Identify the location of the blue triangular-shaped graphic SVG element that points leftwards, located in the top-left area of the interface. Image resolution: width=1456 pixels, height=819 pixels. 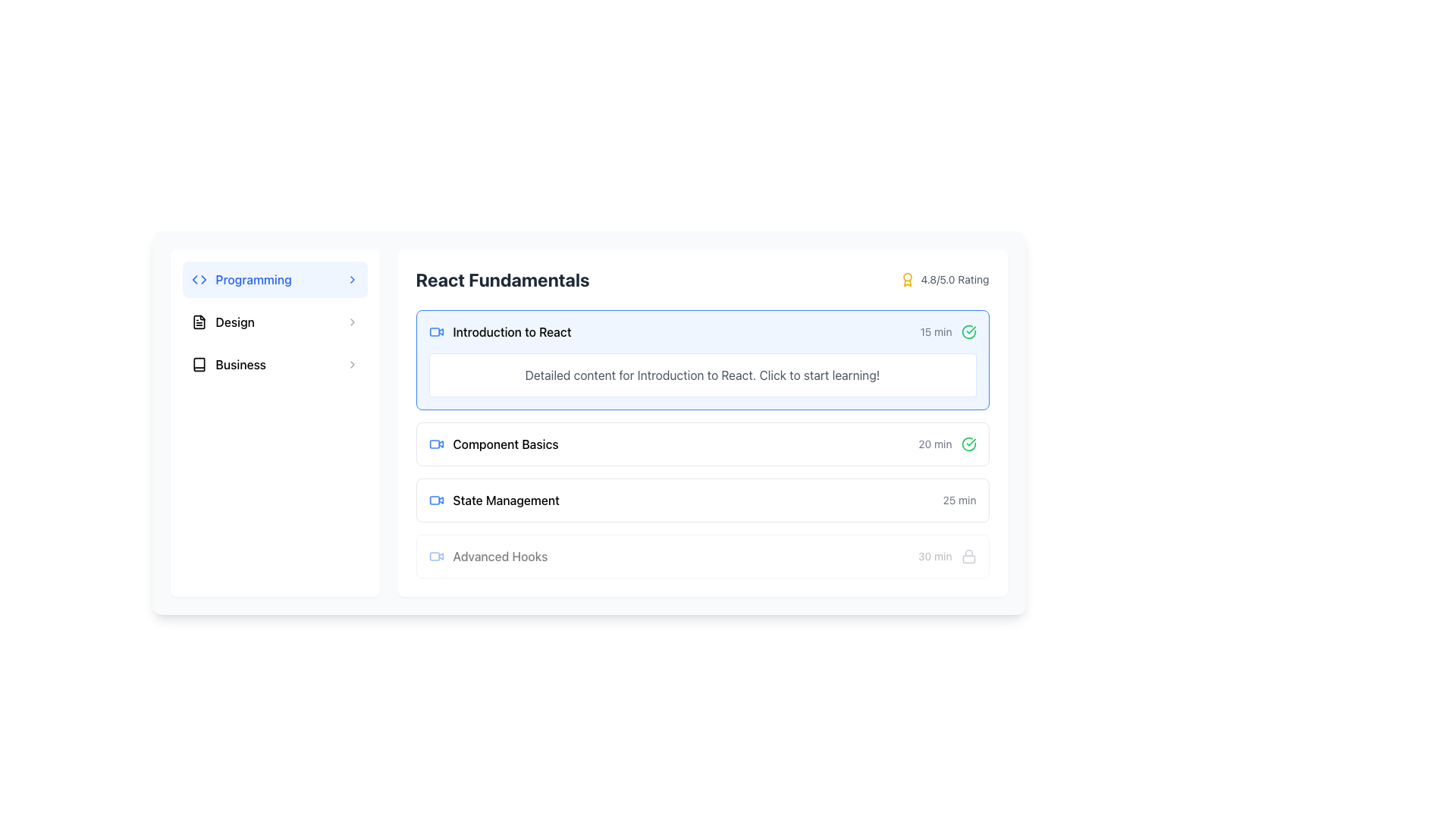
(193, 280).